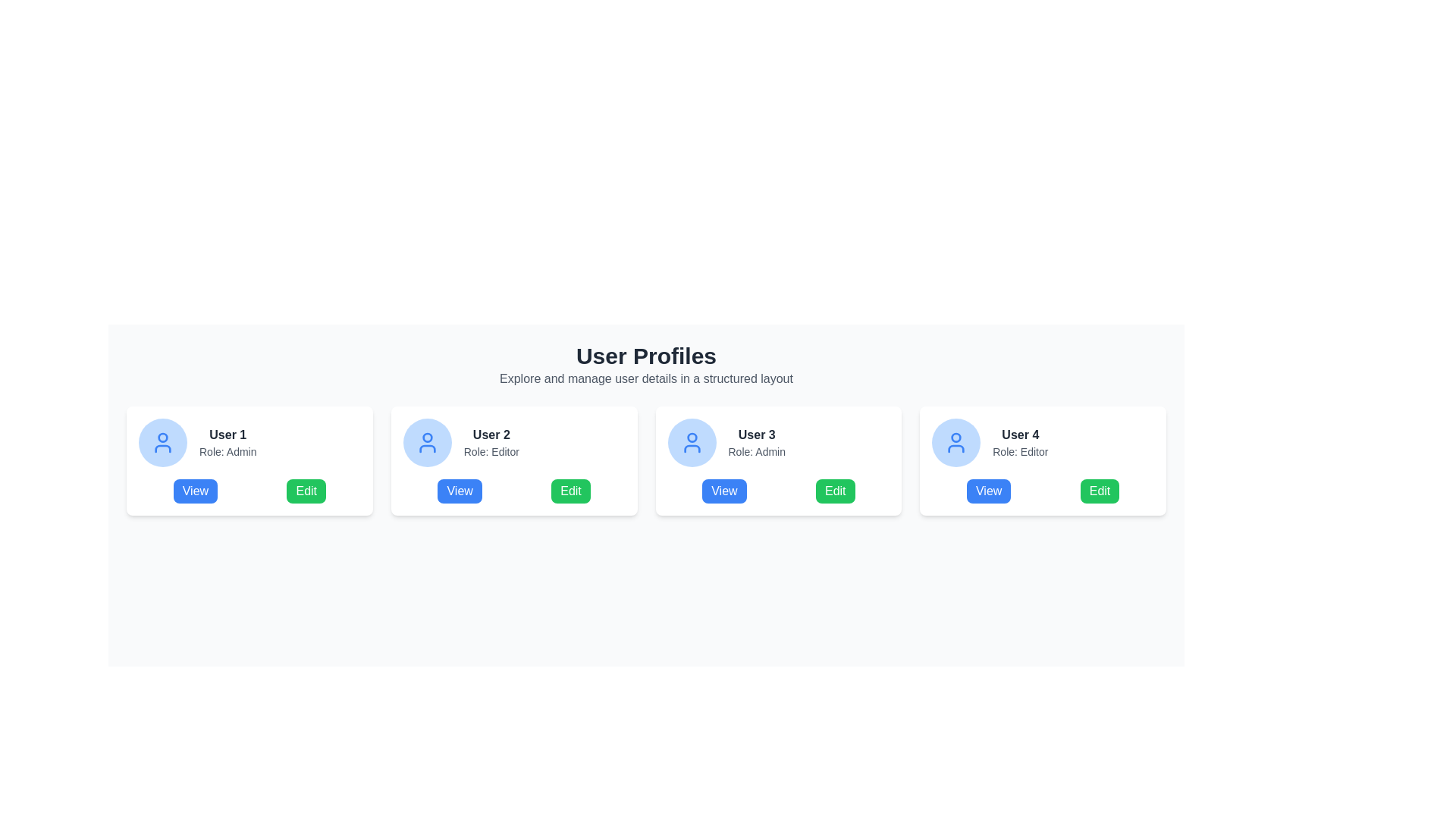 The width and height of the screenshot is (1456, 819). Describe the element at coordinates (227, 435) in the screenshot. I see `the text label displaying 'User 1' with bold dark gray font styling, which is located above the subtitle 'Role: Admin' within the user card` at that location.